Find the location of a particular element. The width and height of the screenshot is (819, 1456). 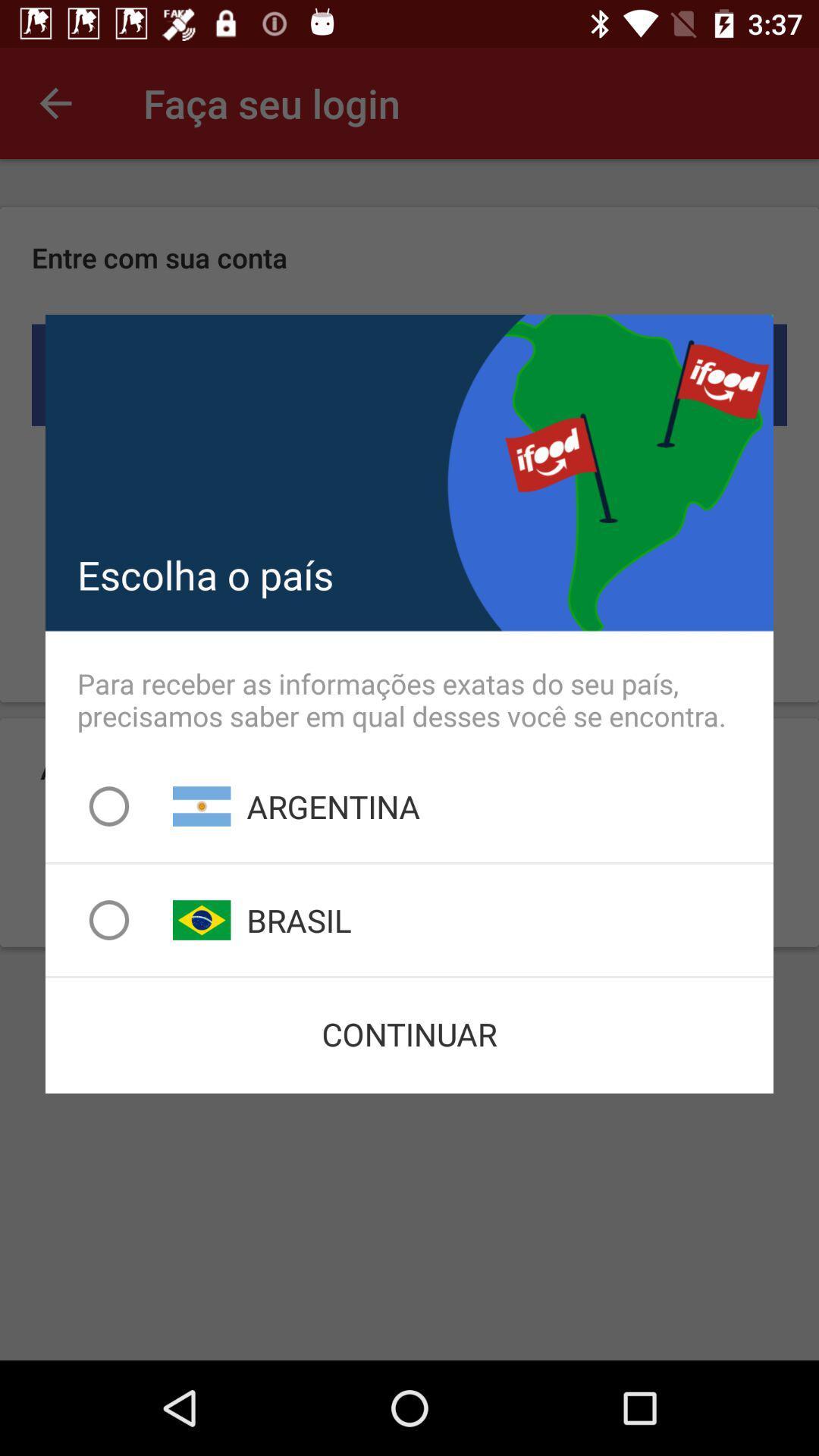

continuar is located at coordinates (409, 1033).